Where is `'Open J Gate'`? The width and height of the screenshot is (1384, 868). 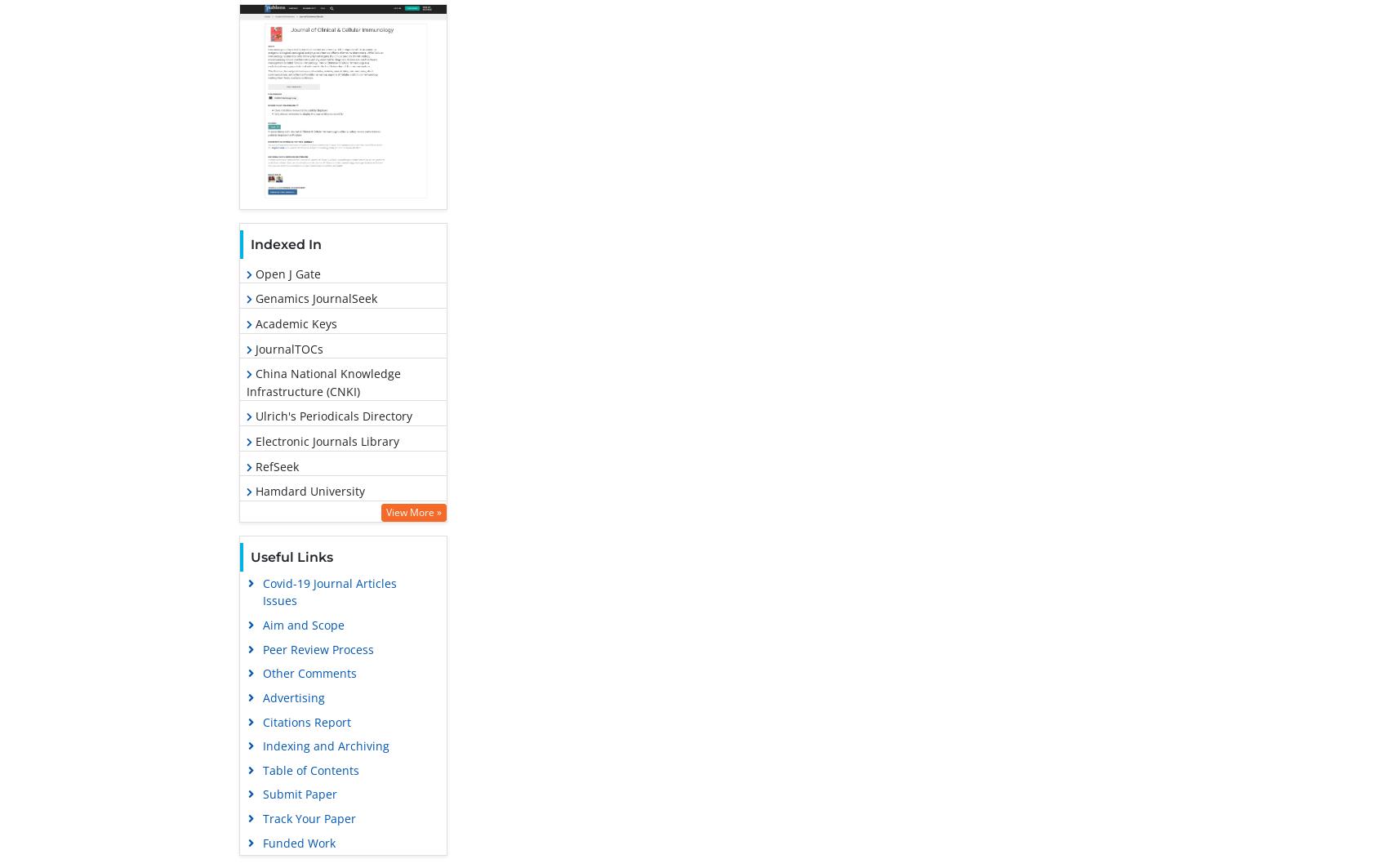 'Open J Gate' is located at coordinates (285, 273).